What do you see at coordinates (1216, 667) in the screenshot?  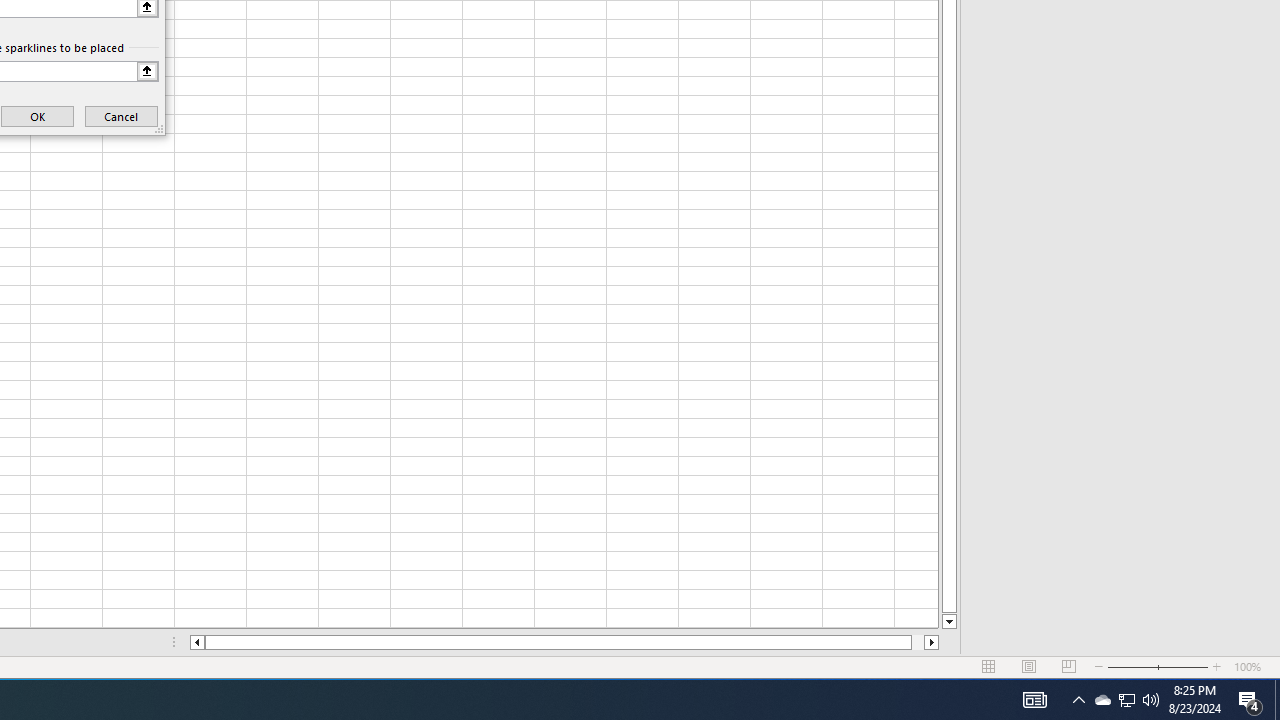 I see `'Zoom In'` at bounding box center [1216, 667].